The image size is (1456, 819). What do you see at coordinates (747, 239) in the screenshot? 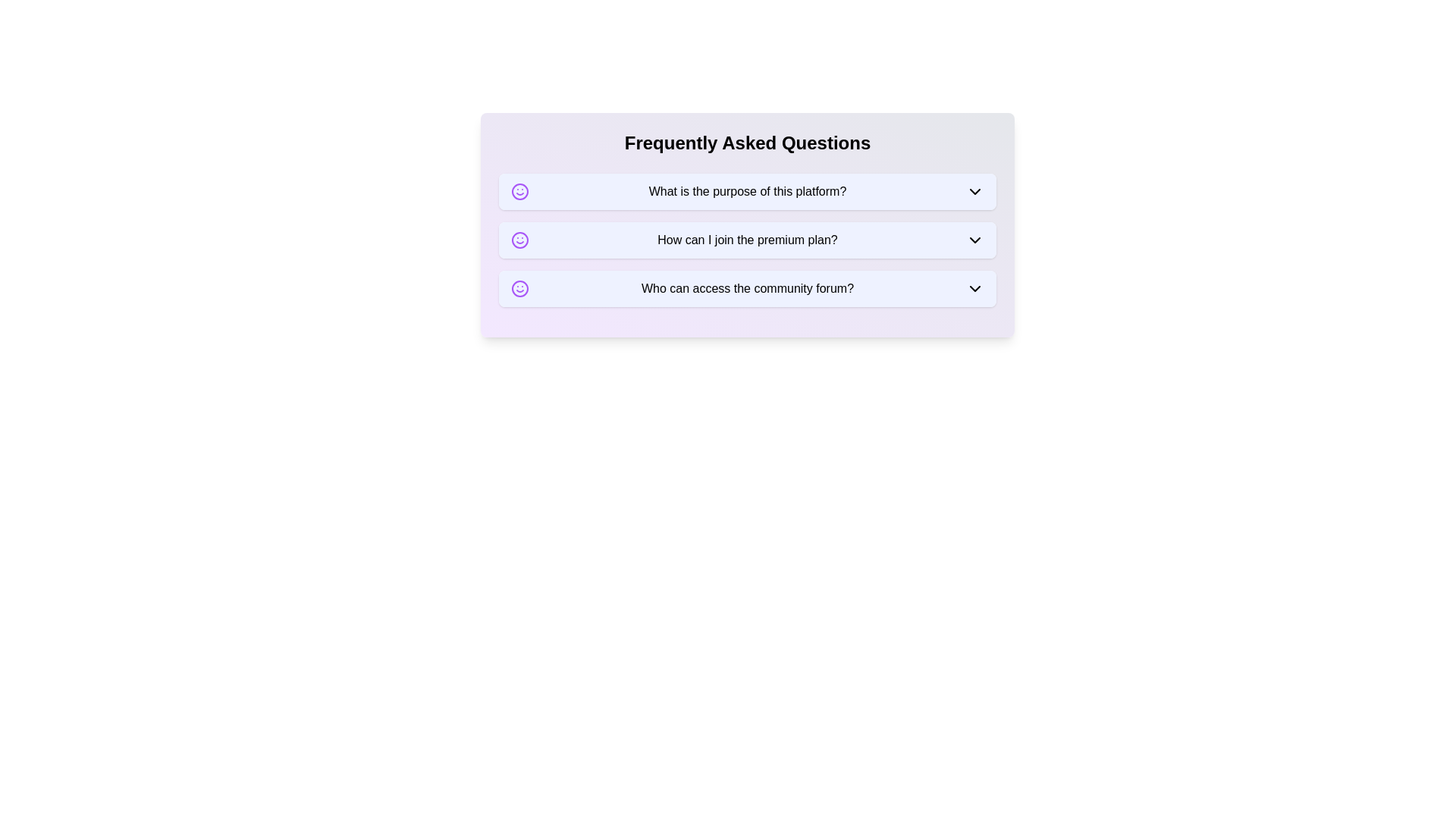
I see `the second collapsible section header in the FAQ section` at bounding box center [747, 239].